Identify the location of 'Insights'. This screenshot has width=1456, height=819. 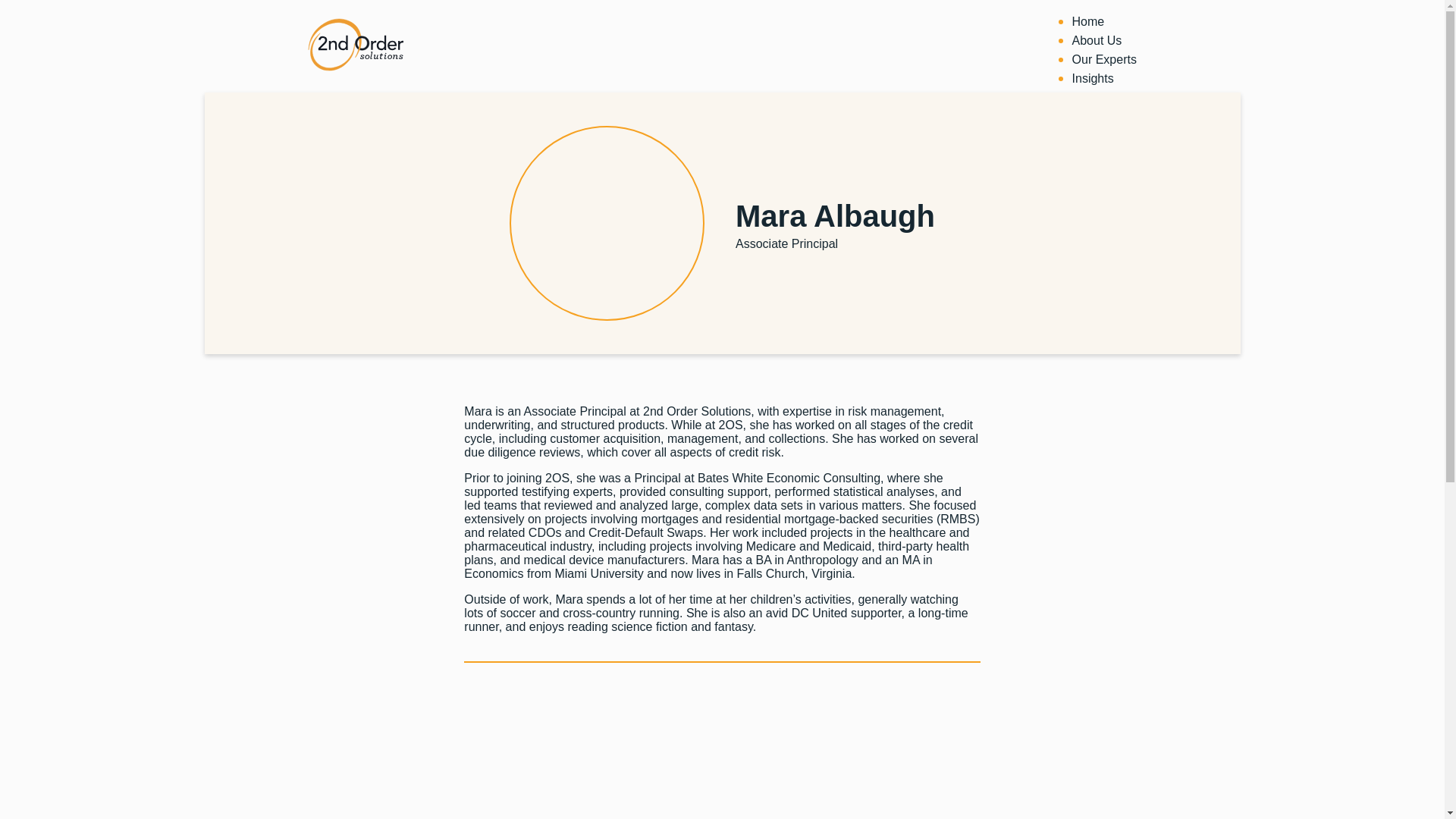
(1093, 78).